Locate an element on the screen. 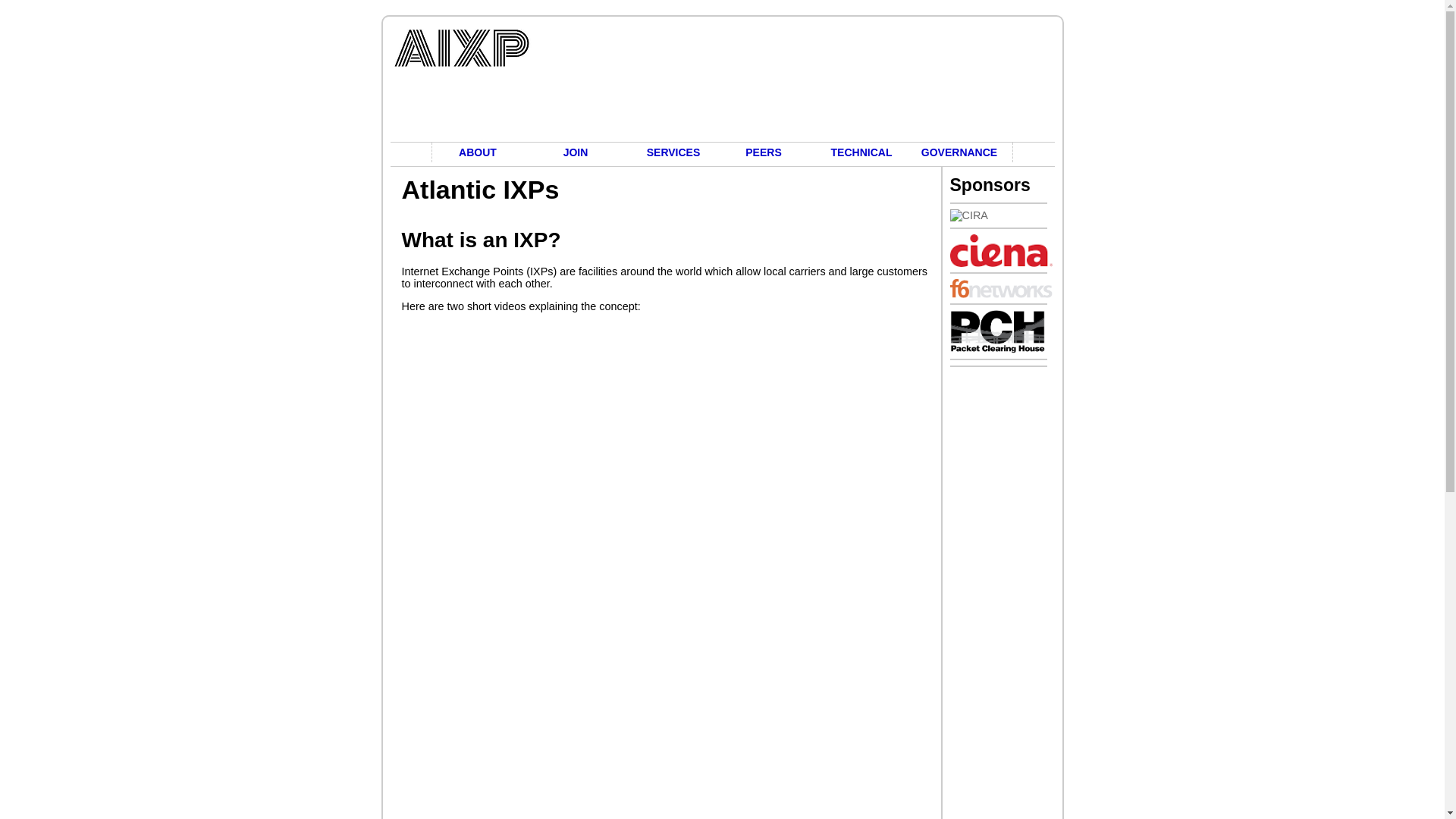 The width and height of the screenshot is (1456, 819). 'SERVICES' is located at coordinates (673, 152).